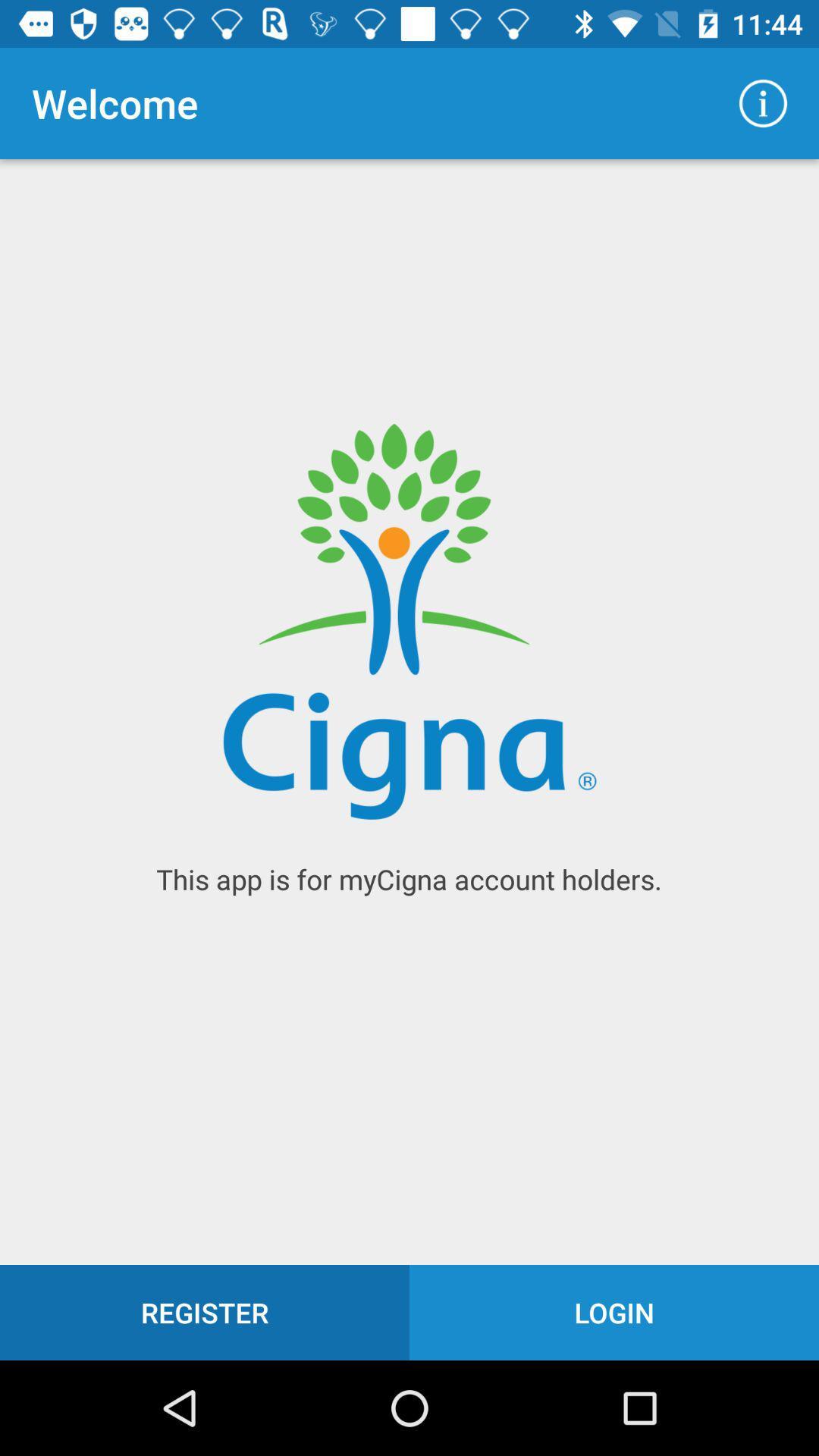 Image resolution: width=819 pixels, height=1456 pixels. What do you see at coordinates (614, 1312) in the screenshot?
I see `the item next to register` at bounding box center [614, 1312].